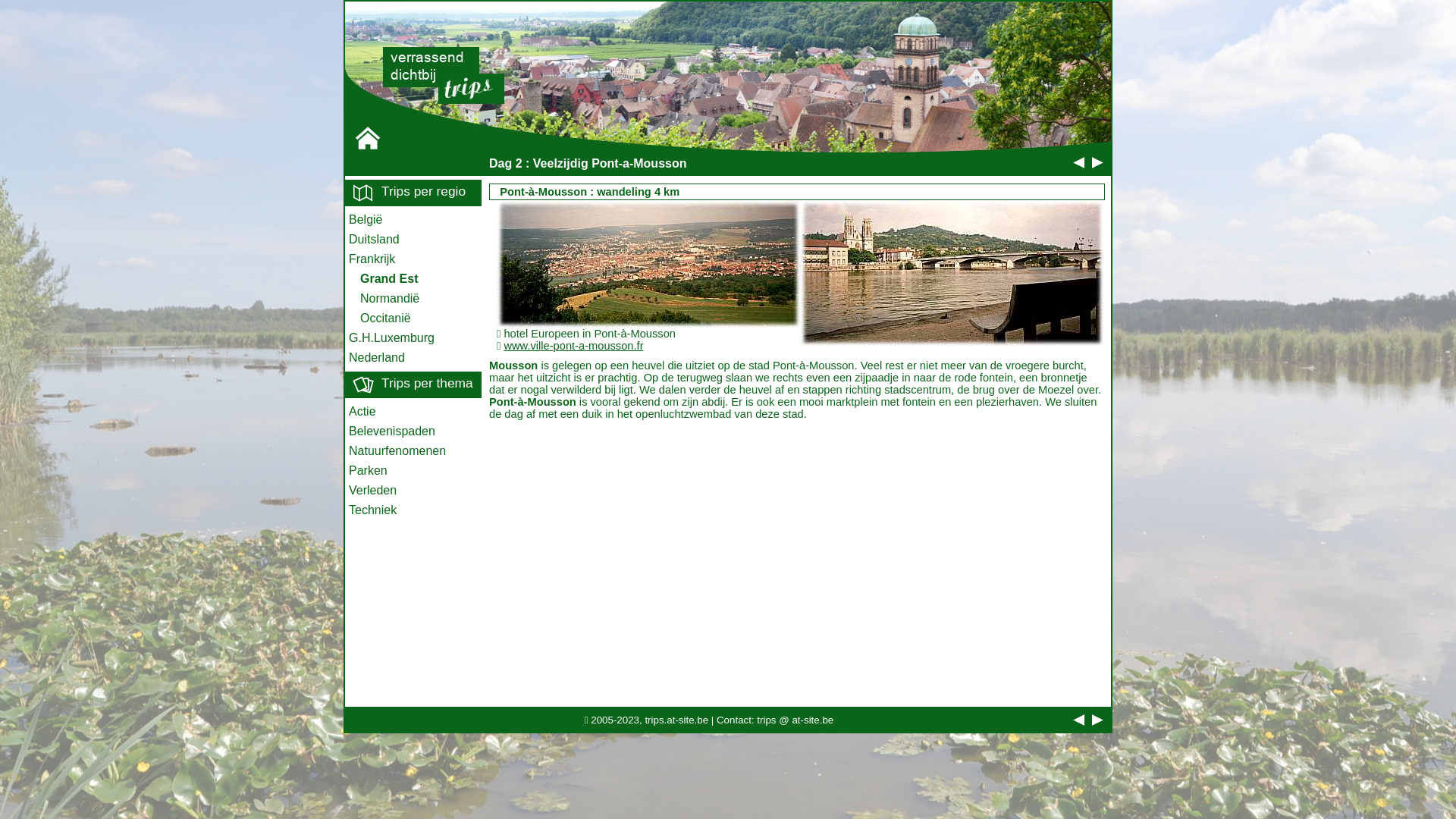  What do you see at coordinates (1101, 162) in the screenshot?
I see `'volgende dag'` at bounding box center [1101, 162].